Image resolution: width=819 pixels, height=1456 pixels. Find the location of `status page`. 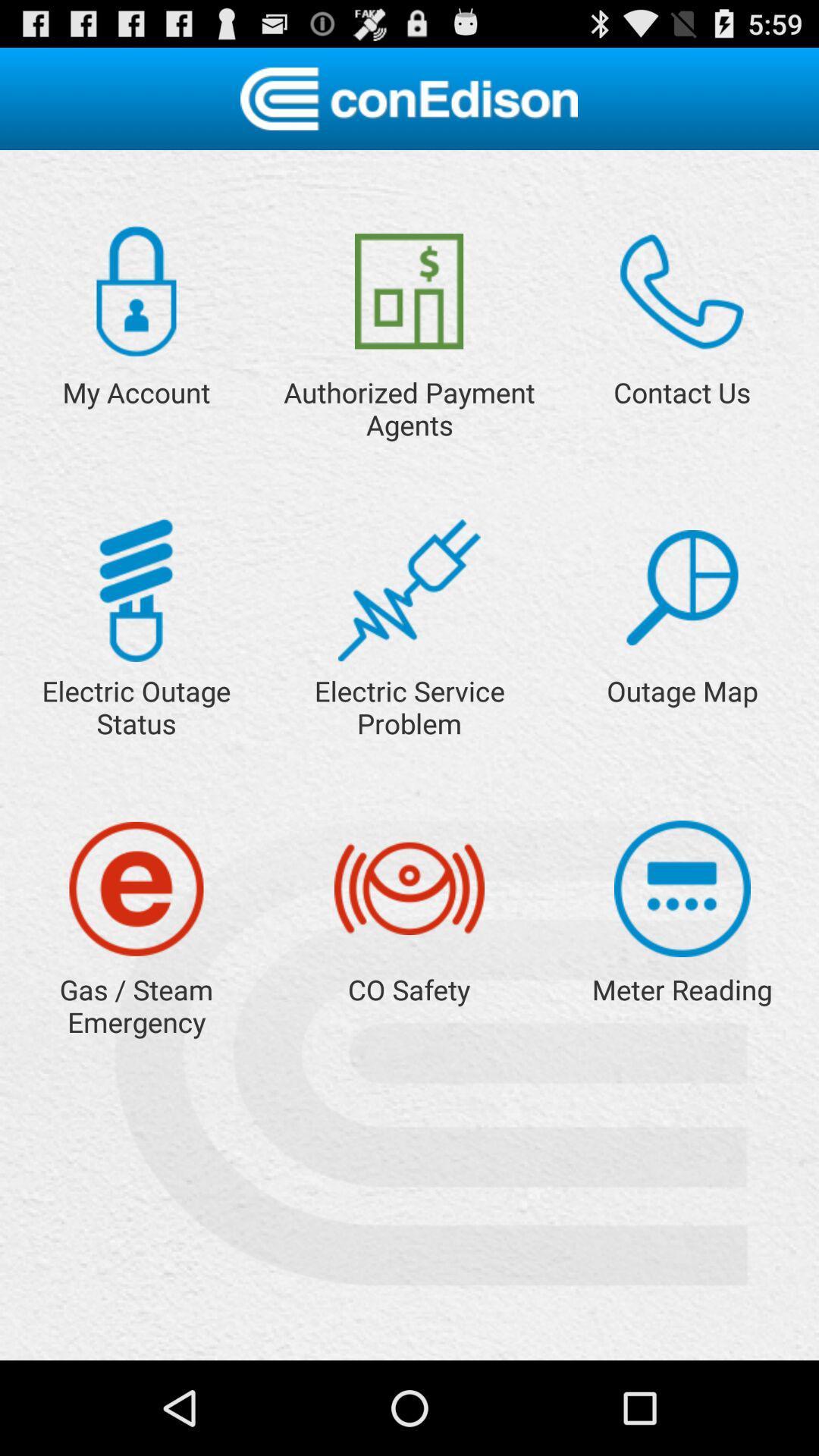

status page is located at coordinates (135, 589).